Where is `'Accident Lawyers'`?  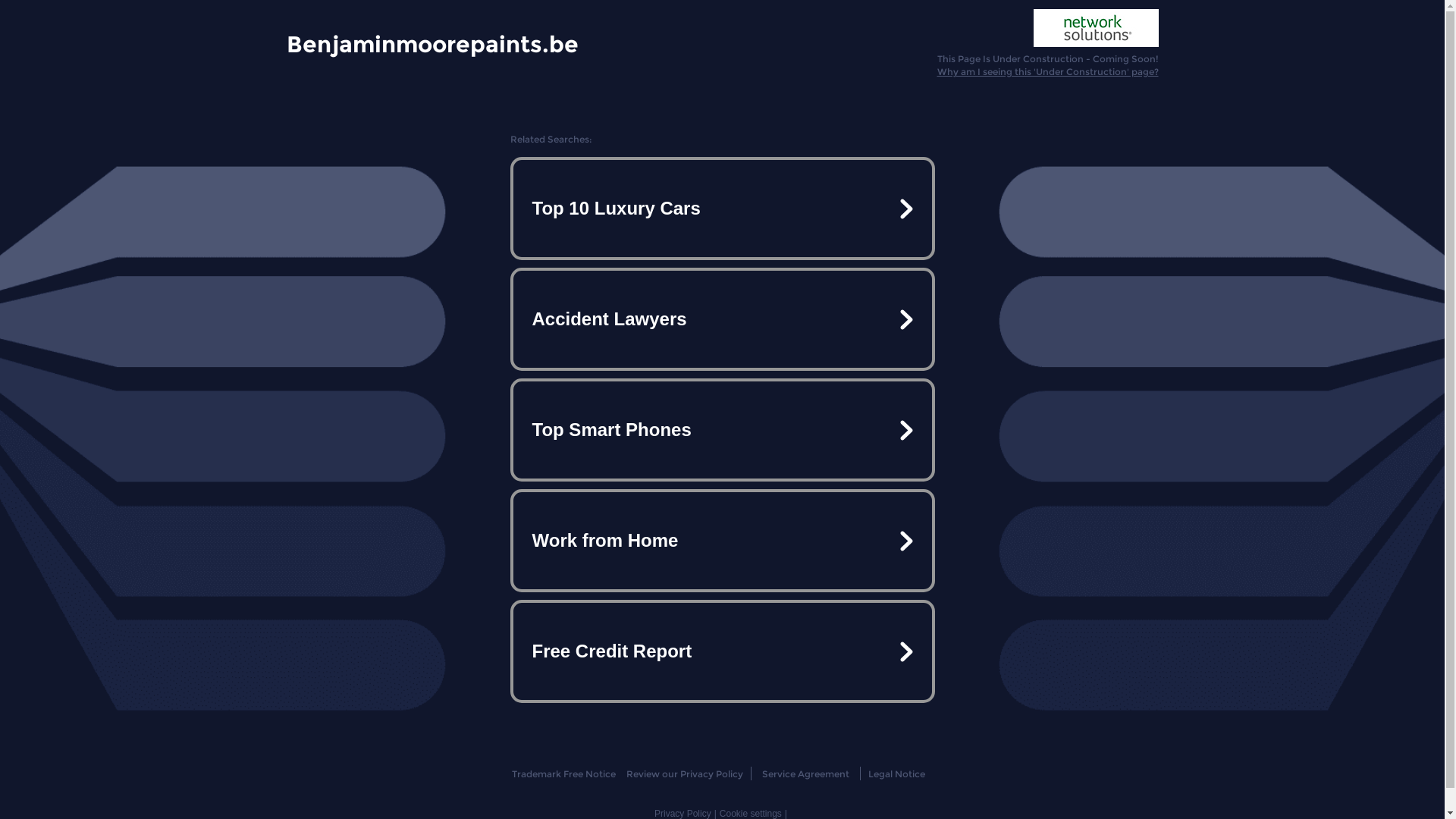 'Accident Lawyers' is located at coordinates (720, 318).